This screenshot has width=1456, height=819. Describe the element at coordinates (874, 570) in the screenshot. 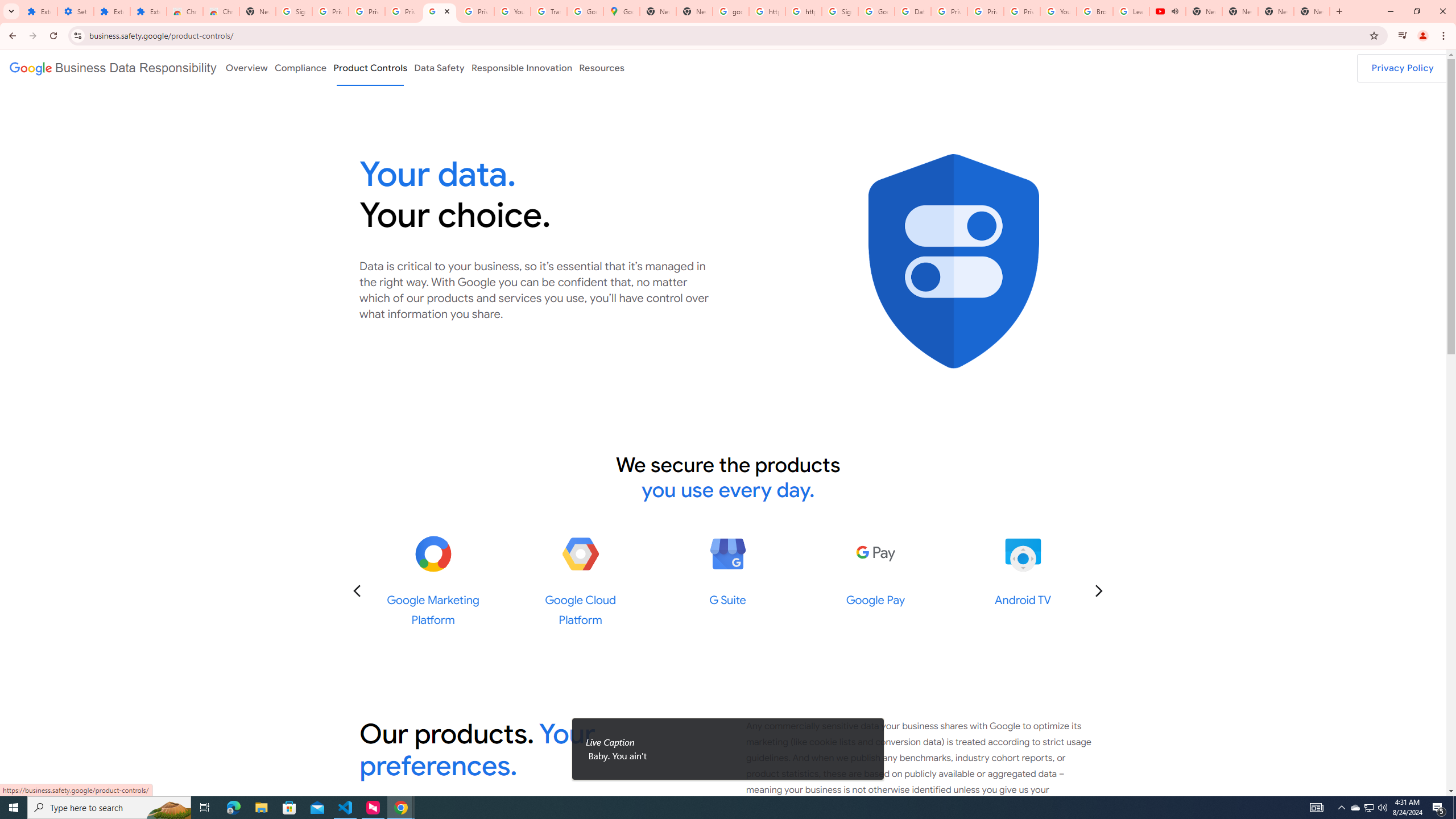

I see `'Google Pay Google Pay'` at that location.